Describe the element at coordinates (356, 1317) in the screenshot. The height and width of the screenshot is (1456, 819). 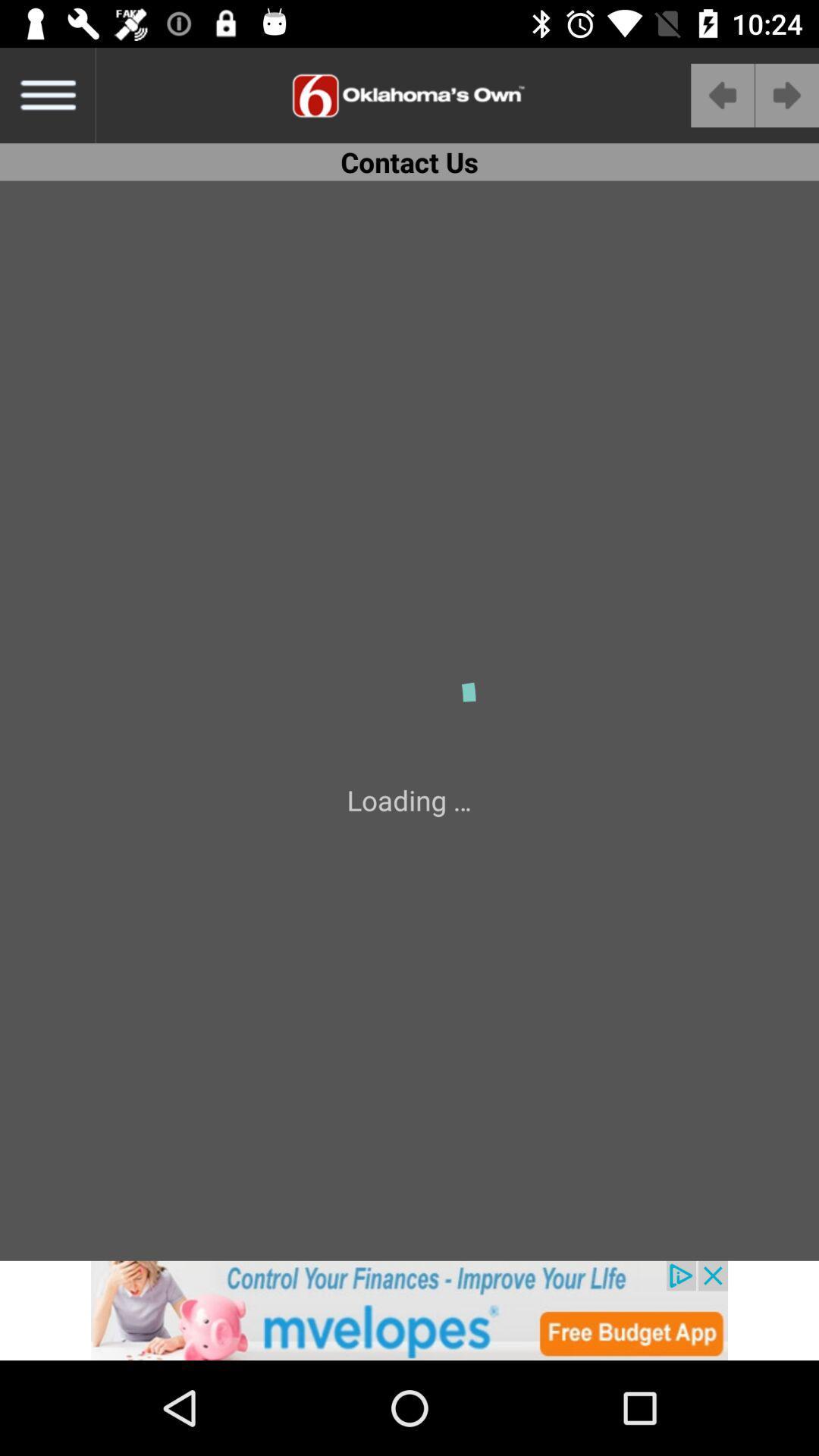
I see `the star icon` at that location.